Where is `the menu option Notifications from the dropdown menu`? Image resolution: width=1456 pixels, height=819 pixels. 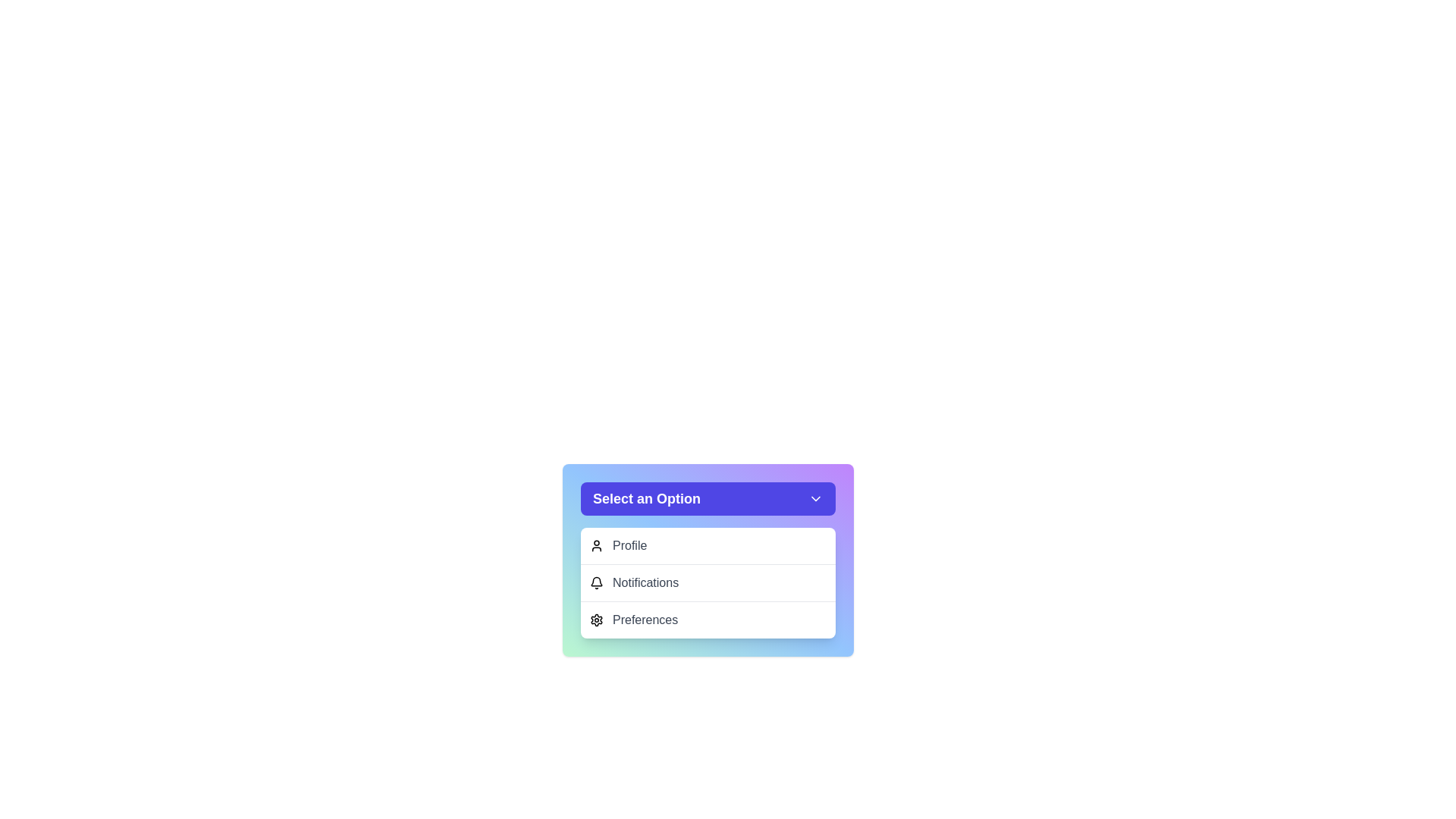
the menu option Notifications from the dropdown menu is located at coordinates (708, 582).